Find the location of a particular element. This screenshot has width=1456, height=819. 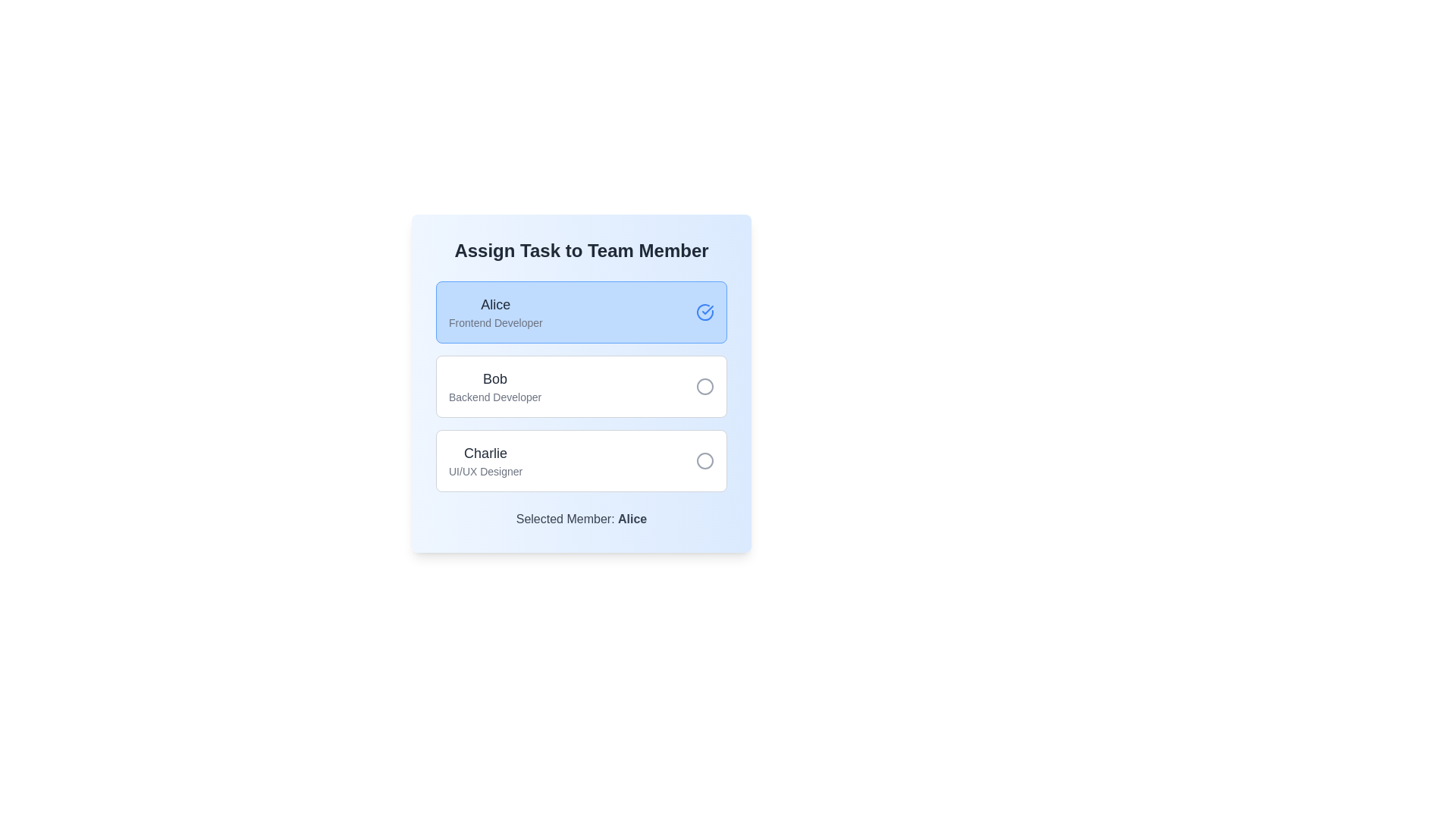

the circle graphical element representing the selection status for 'Charlie' for accessibility navigation is located at coordinates (704, 460).